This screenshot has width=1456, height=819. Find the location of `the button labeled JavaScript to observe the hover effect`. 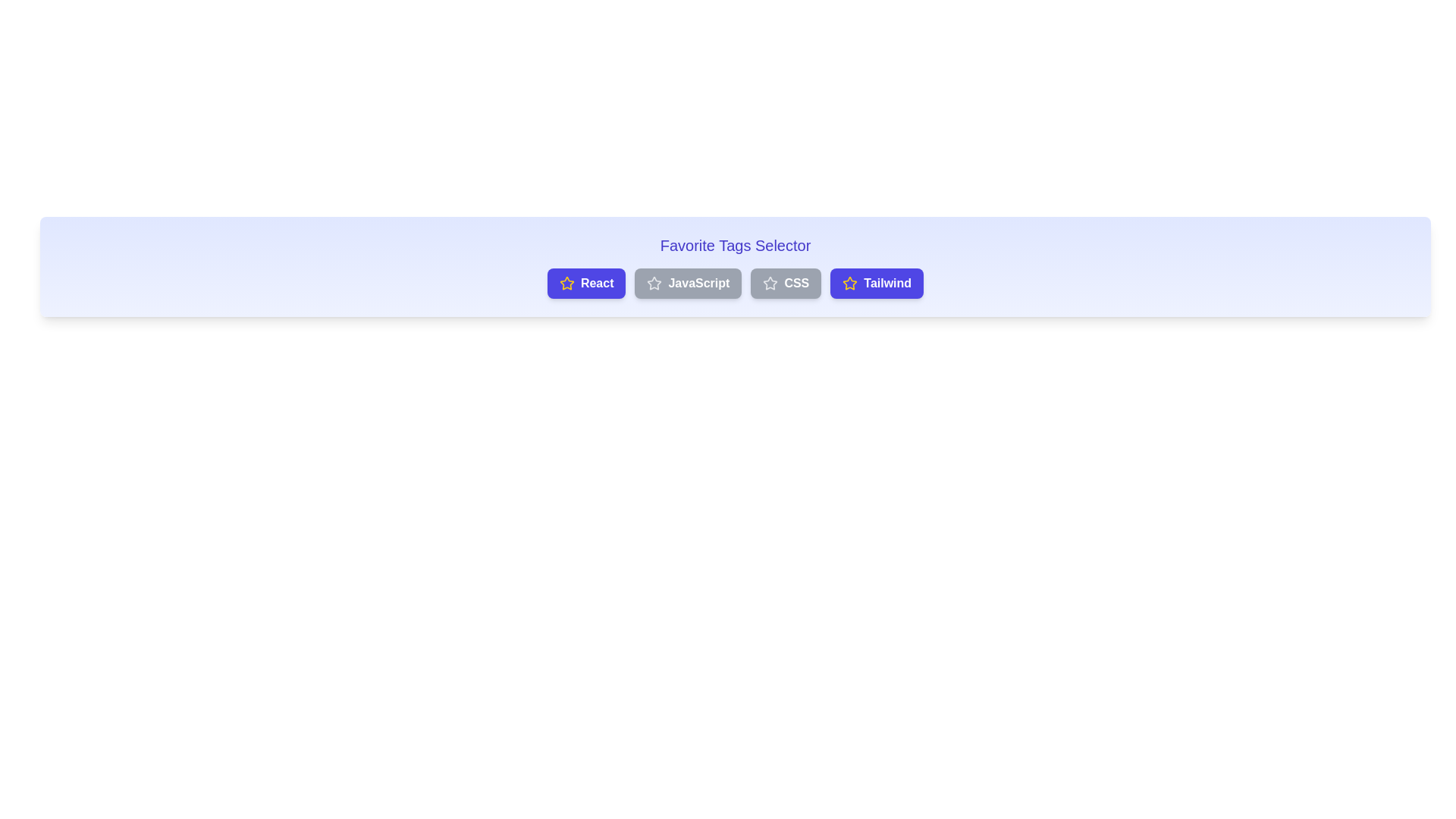

the button labeled JavaScript to observe the hover effect is located at coordinates (687, 284).